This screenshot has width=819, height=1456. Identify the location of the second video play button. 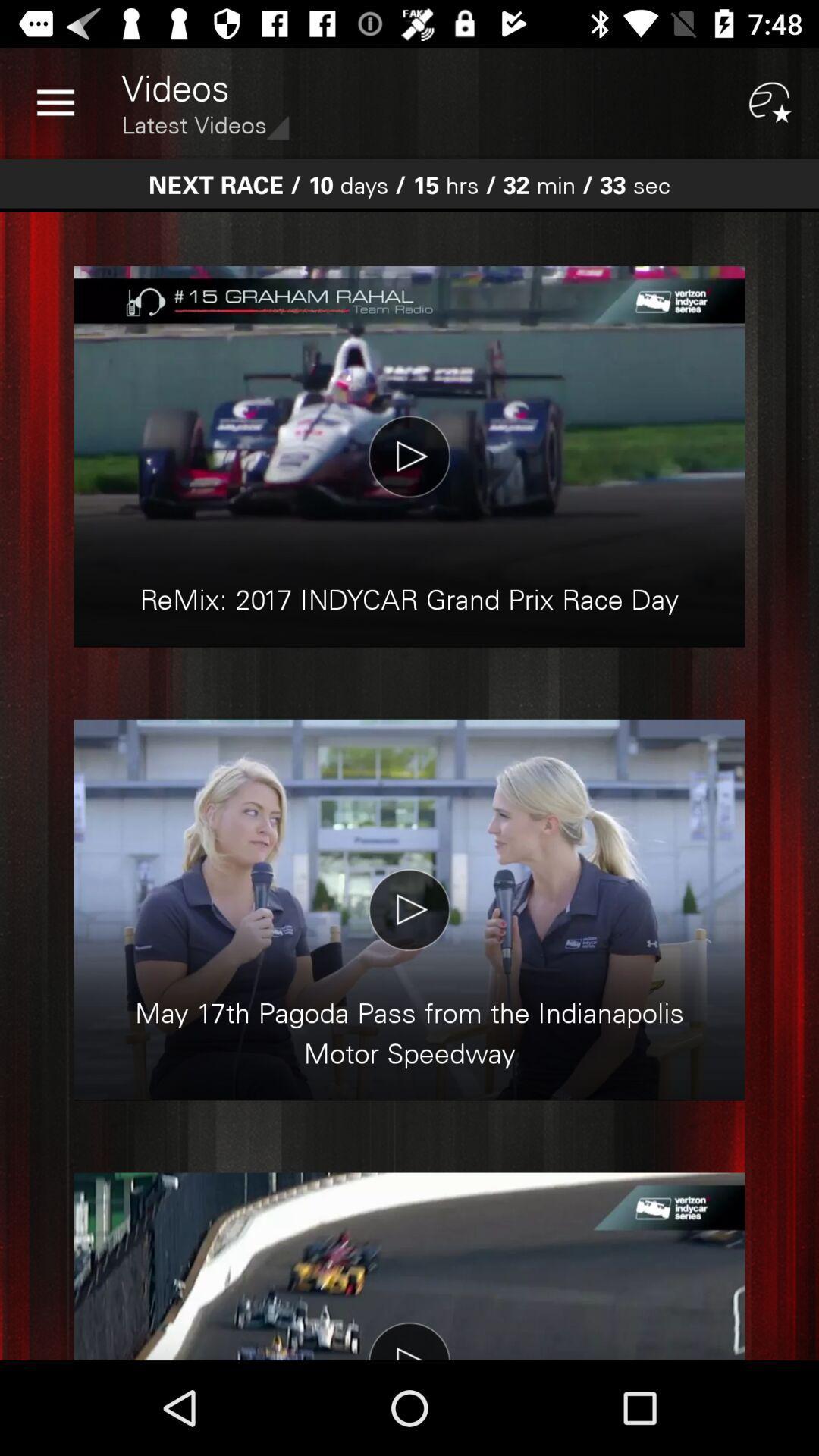
(409, 910).